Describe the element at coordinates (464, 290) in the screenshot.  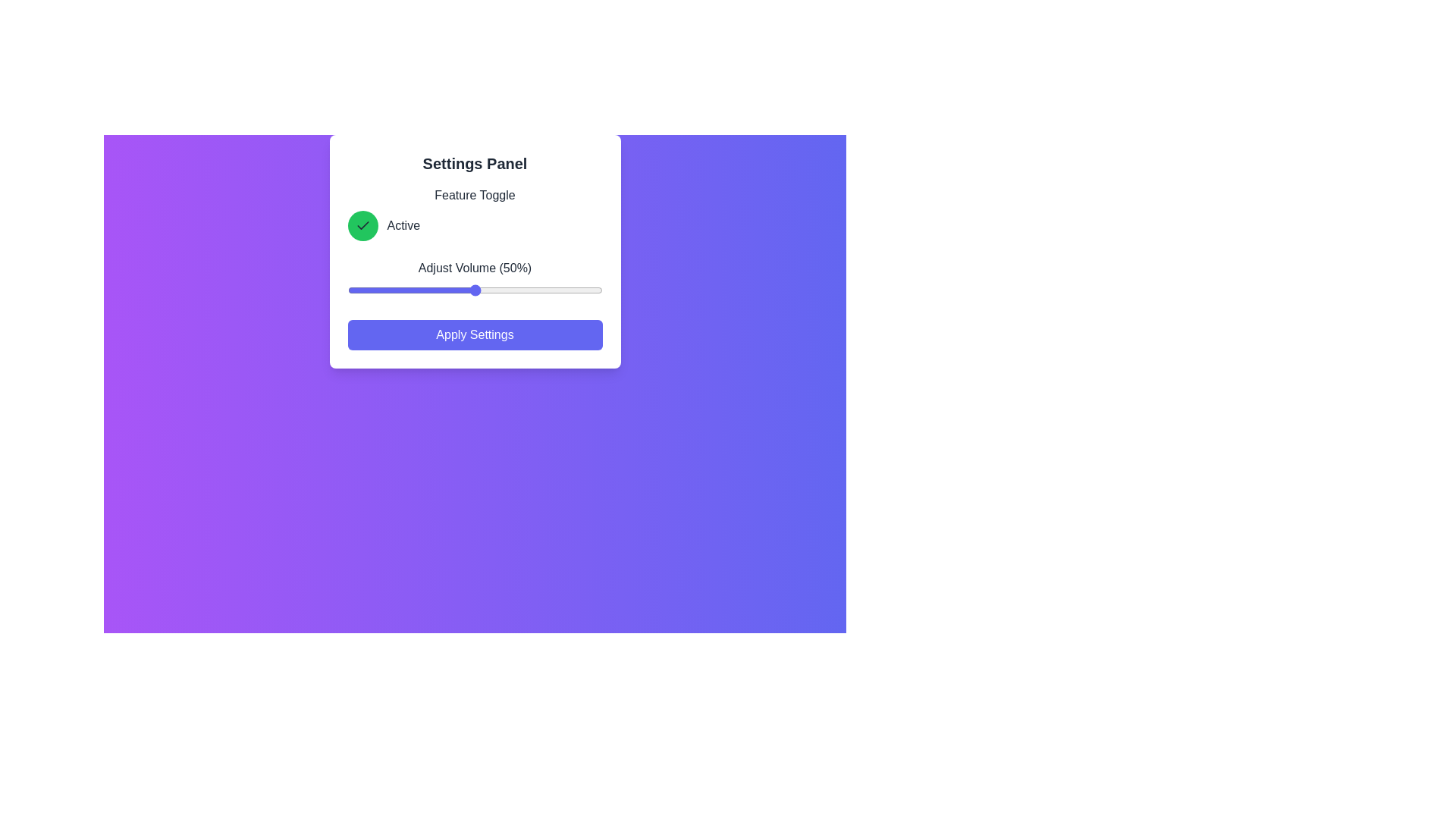
I see `volume` at that location.